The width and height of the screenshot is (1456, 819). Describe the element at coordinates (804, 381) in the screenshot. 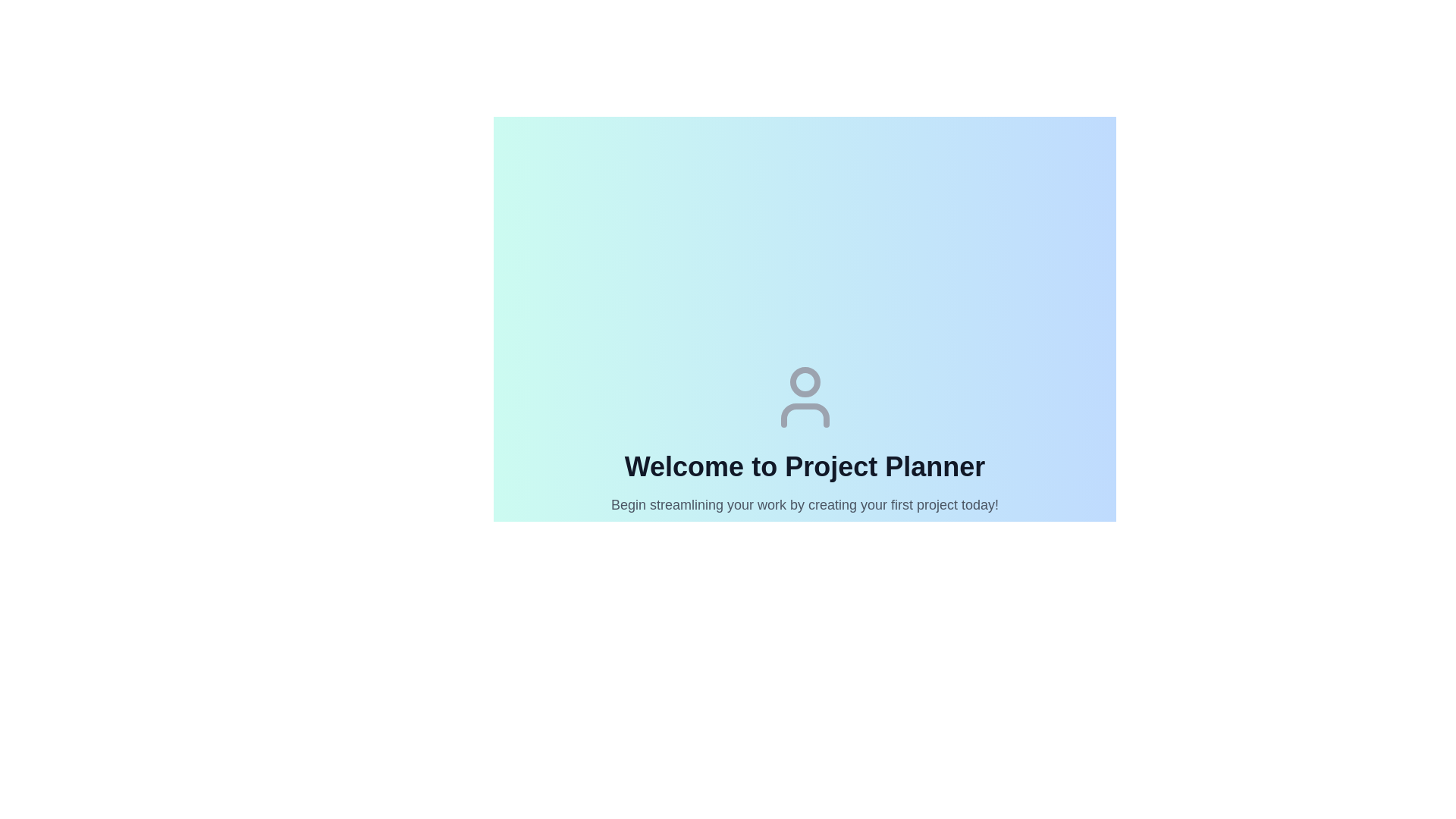

I see `the circular graphical feature, which represents the 'head' of the user silhouette within the user icon, by clicking on it` at that location.